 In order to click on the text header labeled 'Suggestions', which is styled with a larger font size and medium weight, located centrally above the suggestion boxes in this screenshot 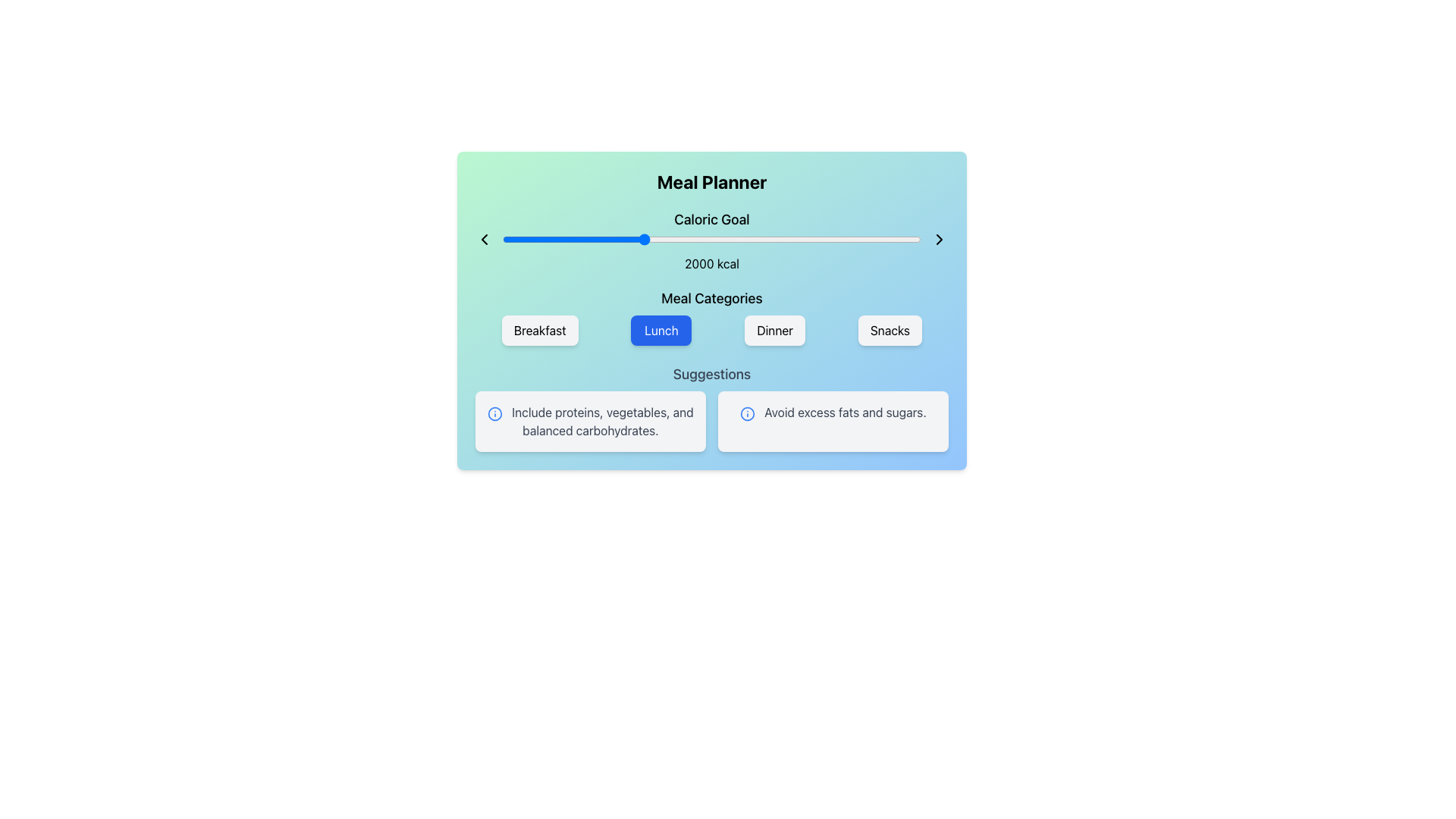, I will do `click(711, 374)`.